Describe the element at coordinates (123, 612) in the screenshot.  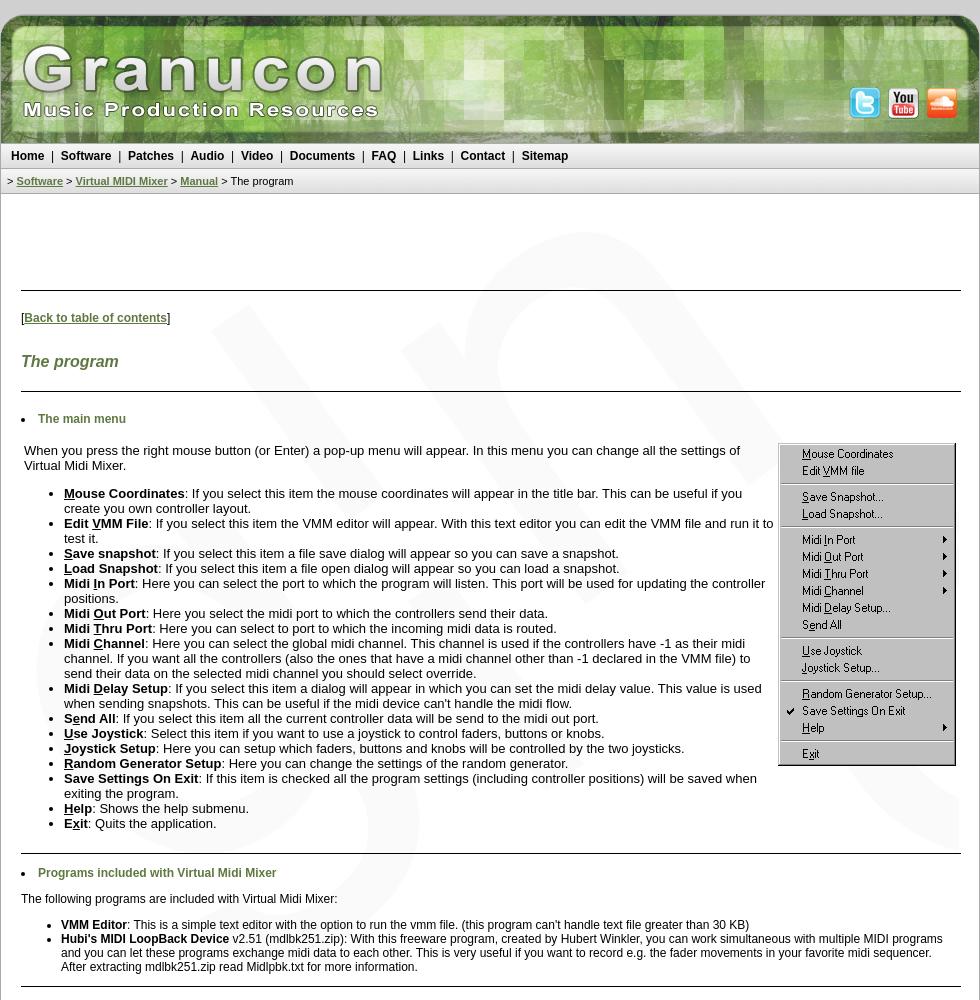
I see `'ut Port'` at that location.